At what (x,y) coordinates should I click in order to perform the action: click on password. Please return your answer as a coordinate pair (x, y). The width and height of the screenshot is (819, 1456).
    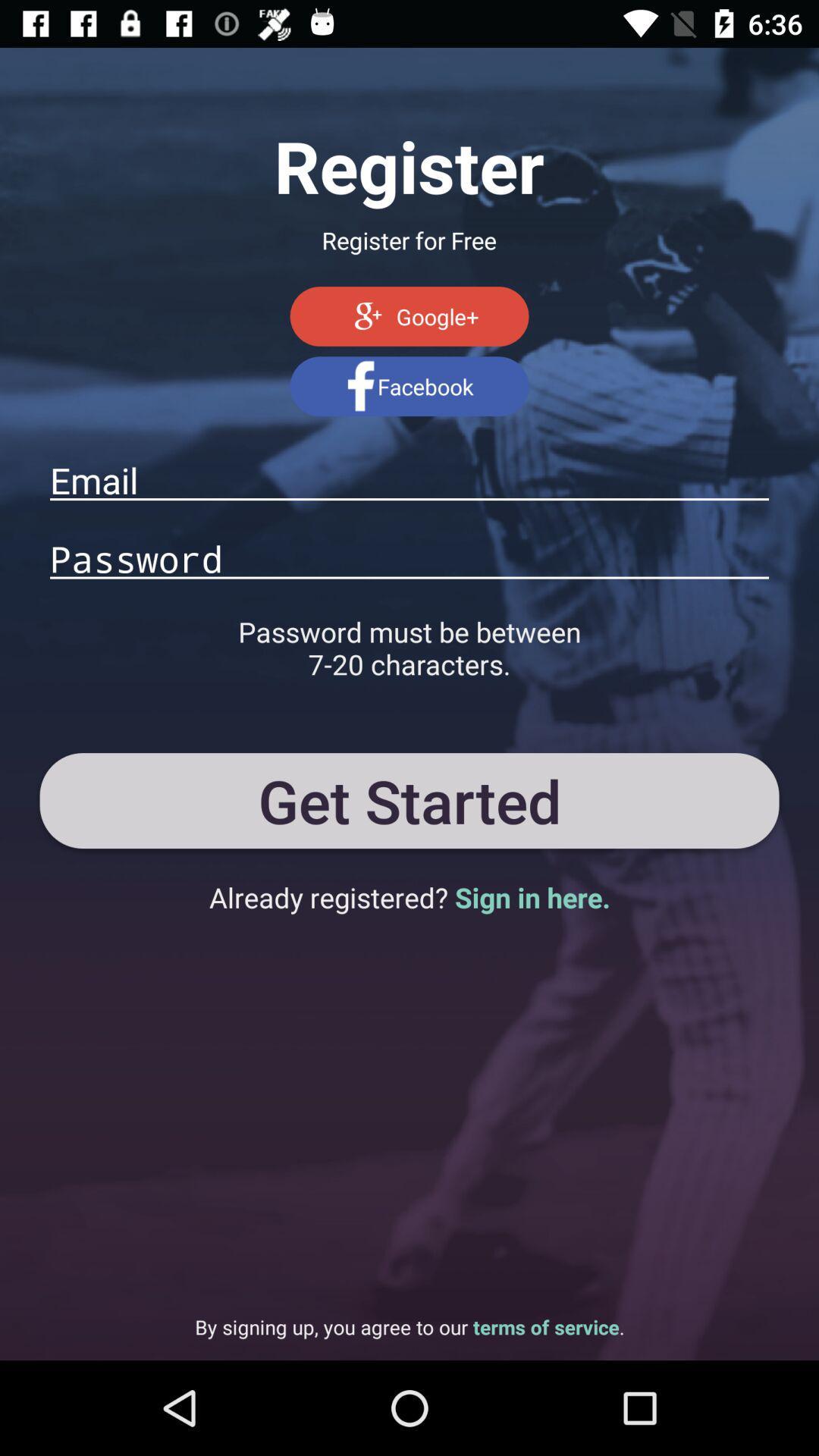
    Looking at the image, I should click on (409, 557).